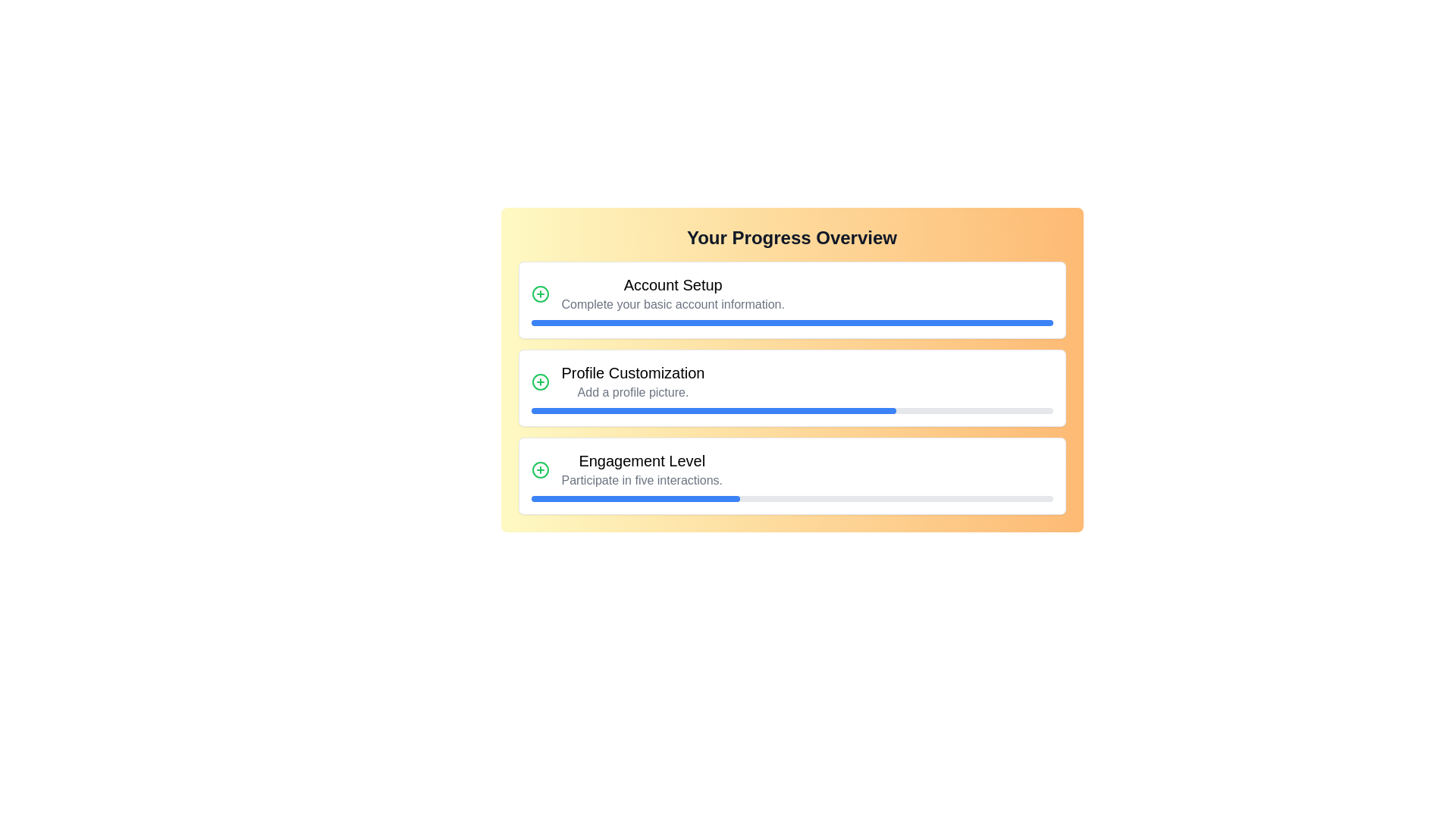 The height and width of the screenshot is (819, 1456). Describe the element at coordinates (672, 284) in the screenshot. I see `the 'Account Setup' text label that displays as a header in bold and large font, located at the top of the first progress section in the interface` at that location.